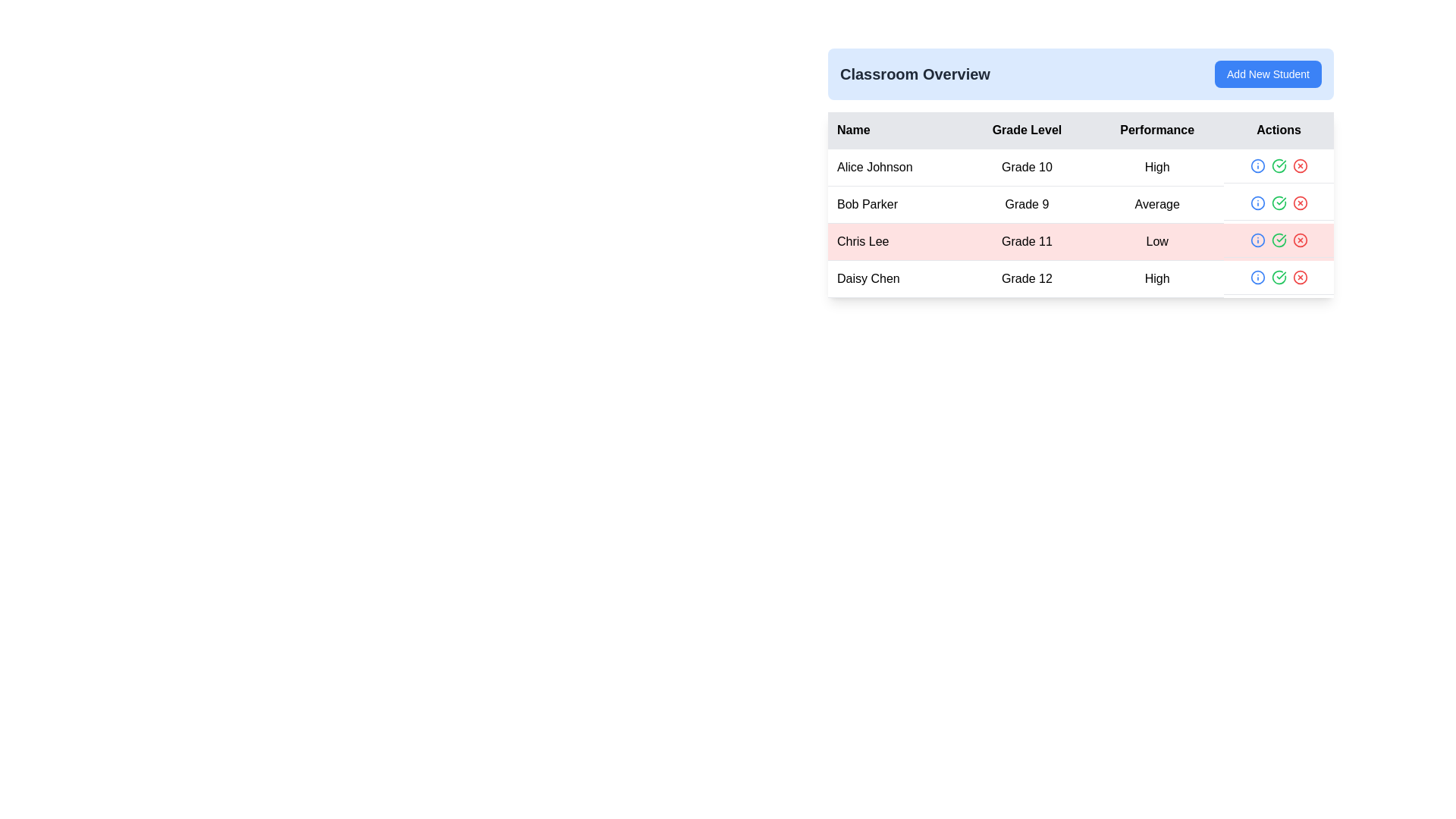 The height and width of the screenshot is (819, 1456). I want to click on the circular green button with a white checkmark symbol located in the 'Actions' column for student 'Chris Lee', so click(1278, 239).